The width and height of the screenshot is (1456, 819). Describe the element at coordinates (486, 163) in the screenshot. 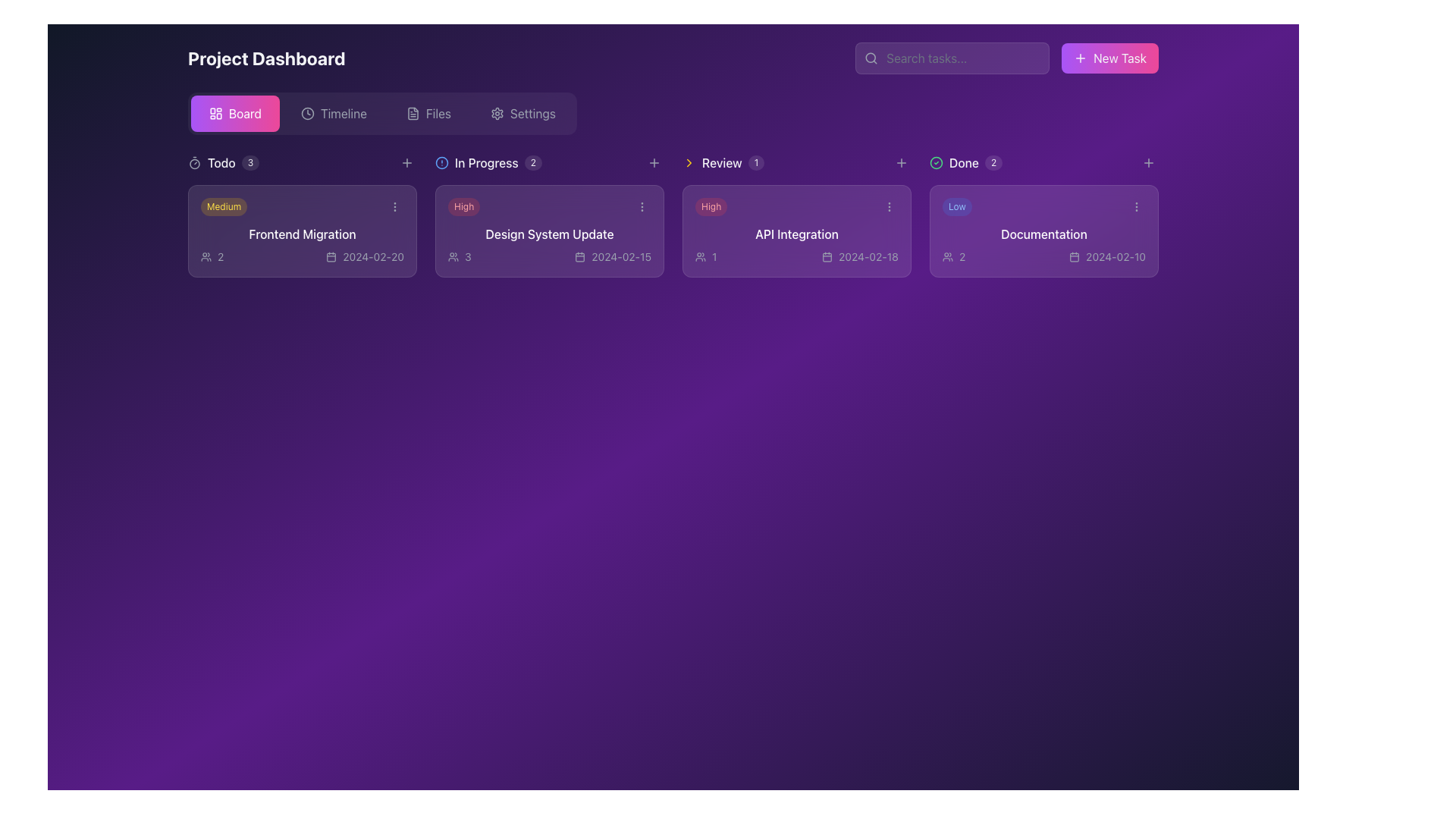

I see `the text label displaying 'In Progress' which is styled in medium-weight font and located under the 'Review' section in the task management interface` at that location.